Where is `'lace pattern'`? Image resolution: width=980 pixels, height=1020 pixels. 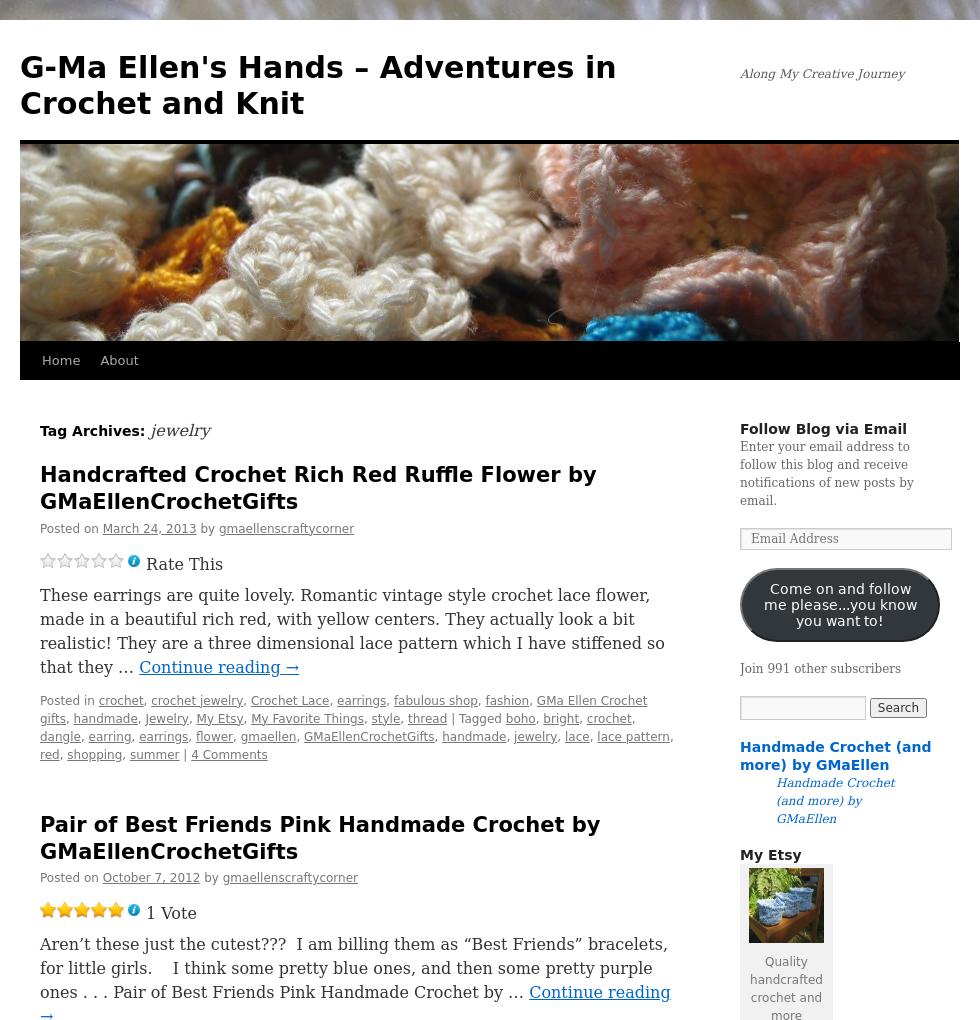 'lace pattern' is located at coordinates (632, 736).